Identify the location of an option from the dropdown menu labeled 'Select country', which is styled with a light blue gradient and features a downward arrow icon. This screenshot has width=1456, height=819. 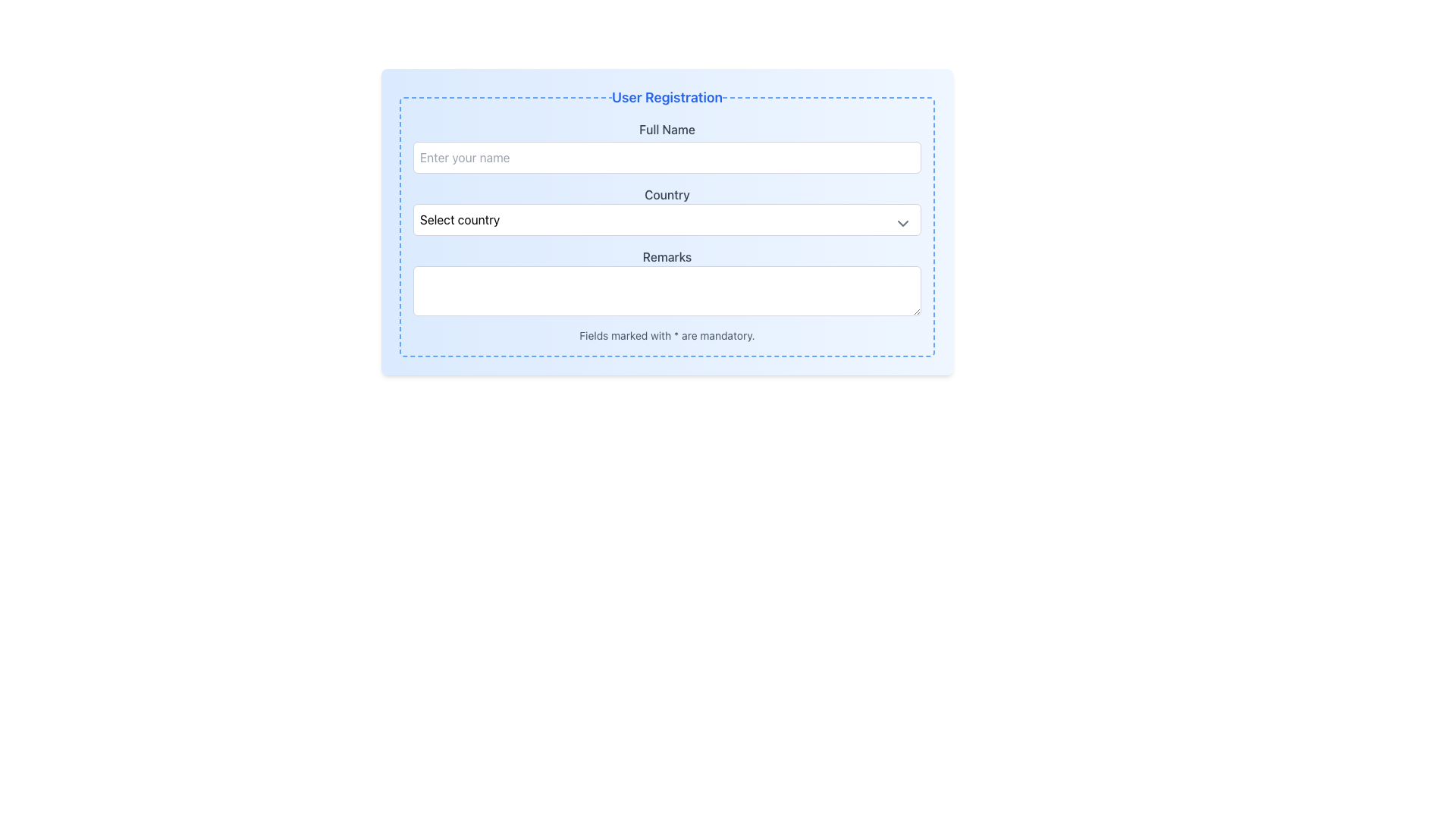
(667, 222).